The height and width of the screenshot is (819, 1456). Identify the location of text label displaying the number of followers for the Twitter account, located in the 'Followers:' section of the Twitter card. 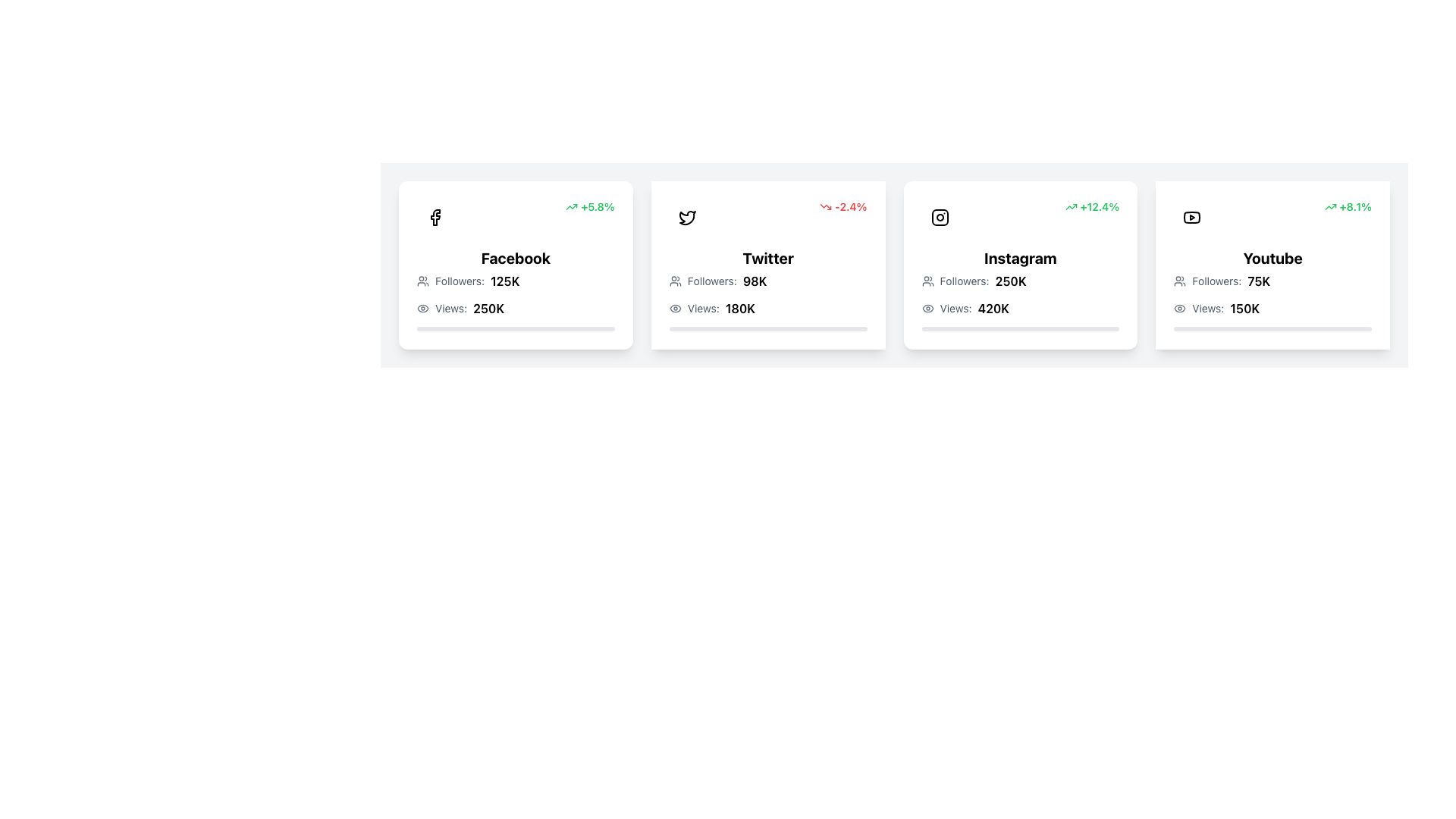
(755, 281).